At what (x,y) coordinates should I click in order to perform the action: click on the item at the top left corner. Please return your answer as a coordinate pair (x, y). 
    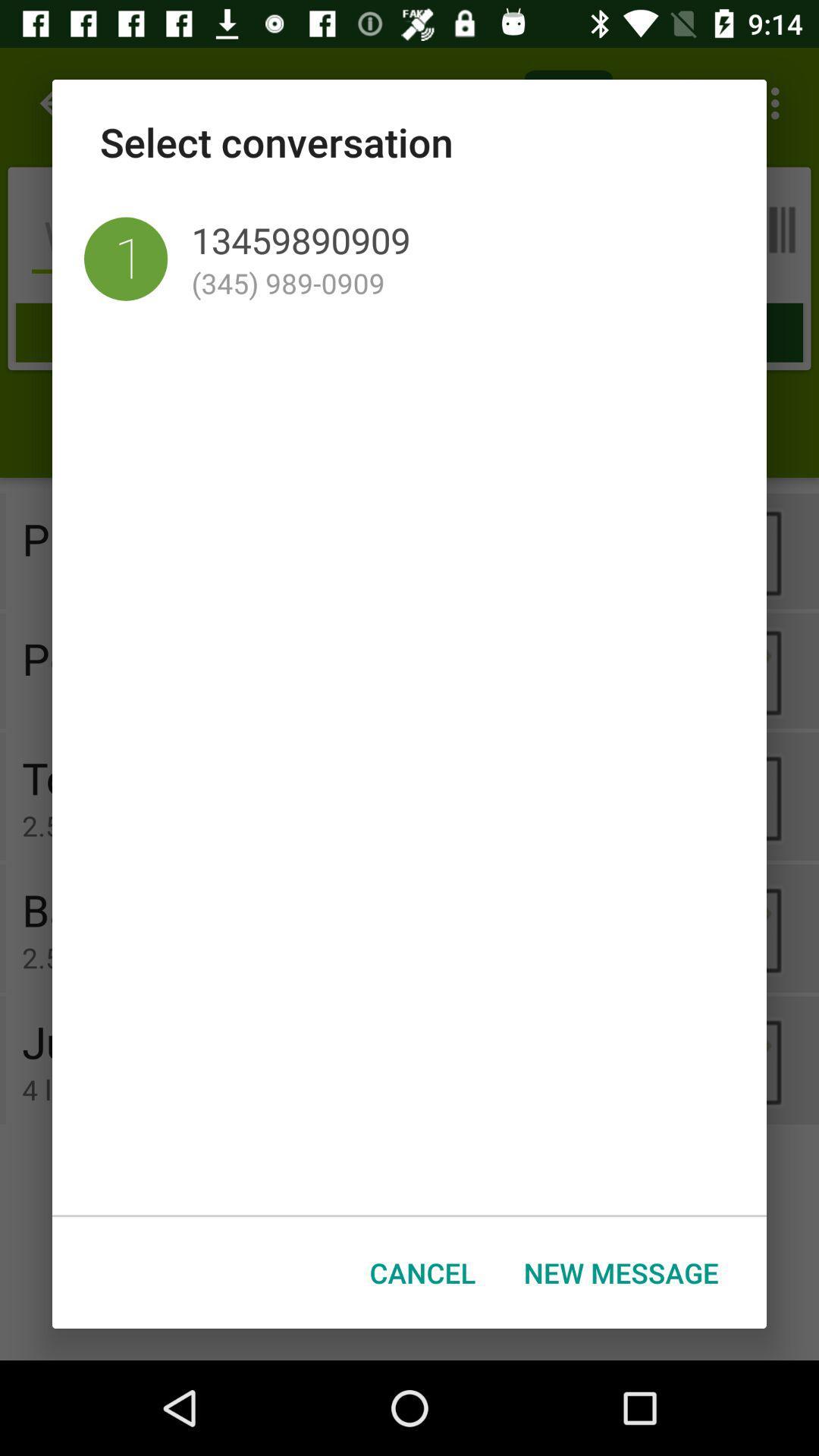
    Looking at the image, I should click on (125, 259).